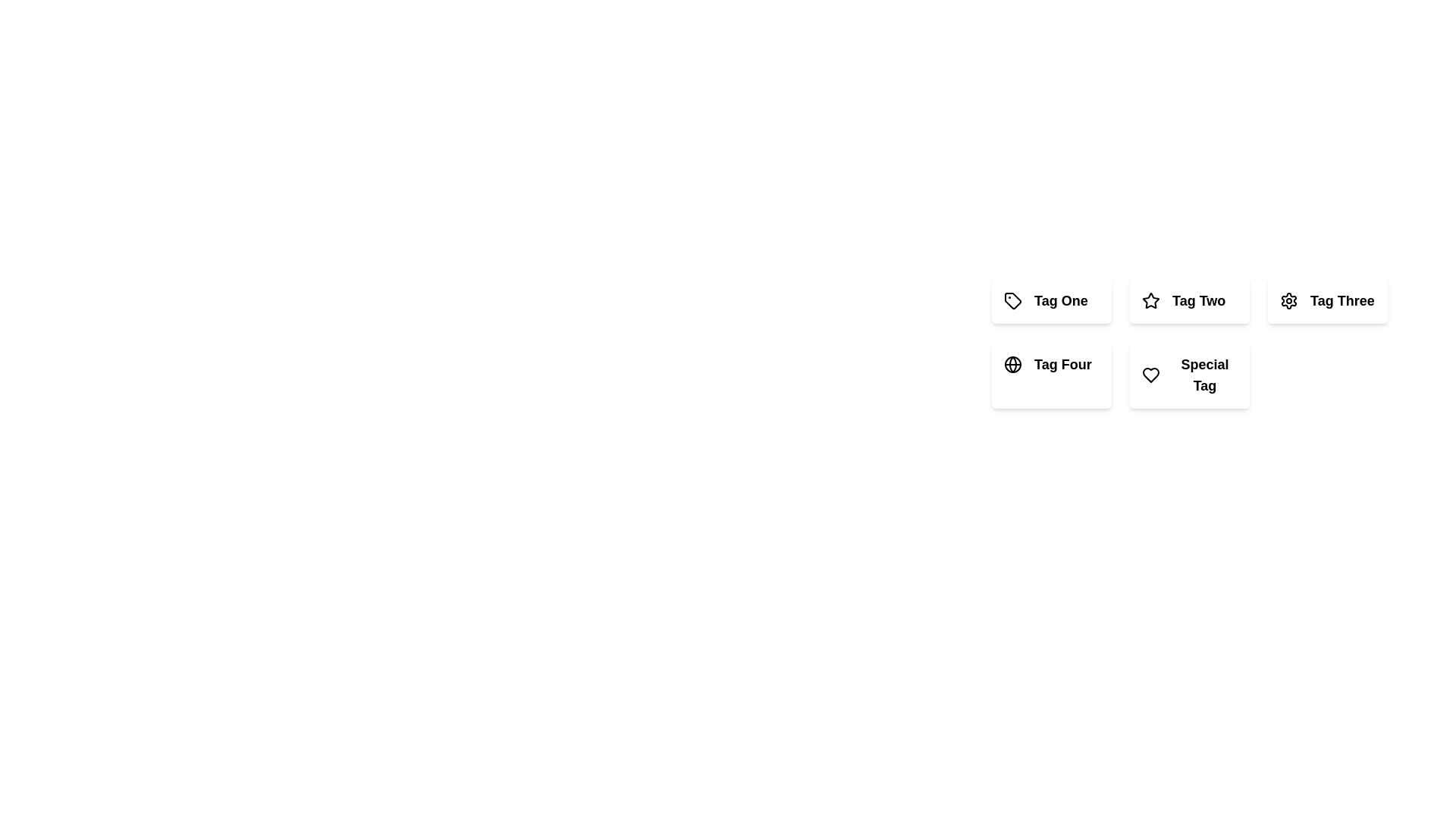 This screenshot has height=819, width=1456. What do you see at coordinates (1150, 375) in the screenshot?
I see `the 'Special Tag' button that contains the decorative icon, which is positioned to the left of the label text` at bounding box center [1150, 375].